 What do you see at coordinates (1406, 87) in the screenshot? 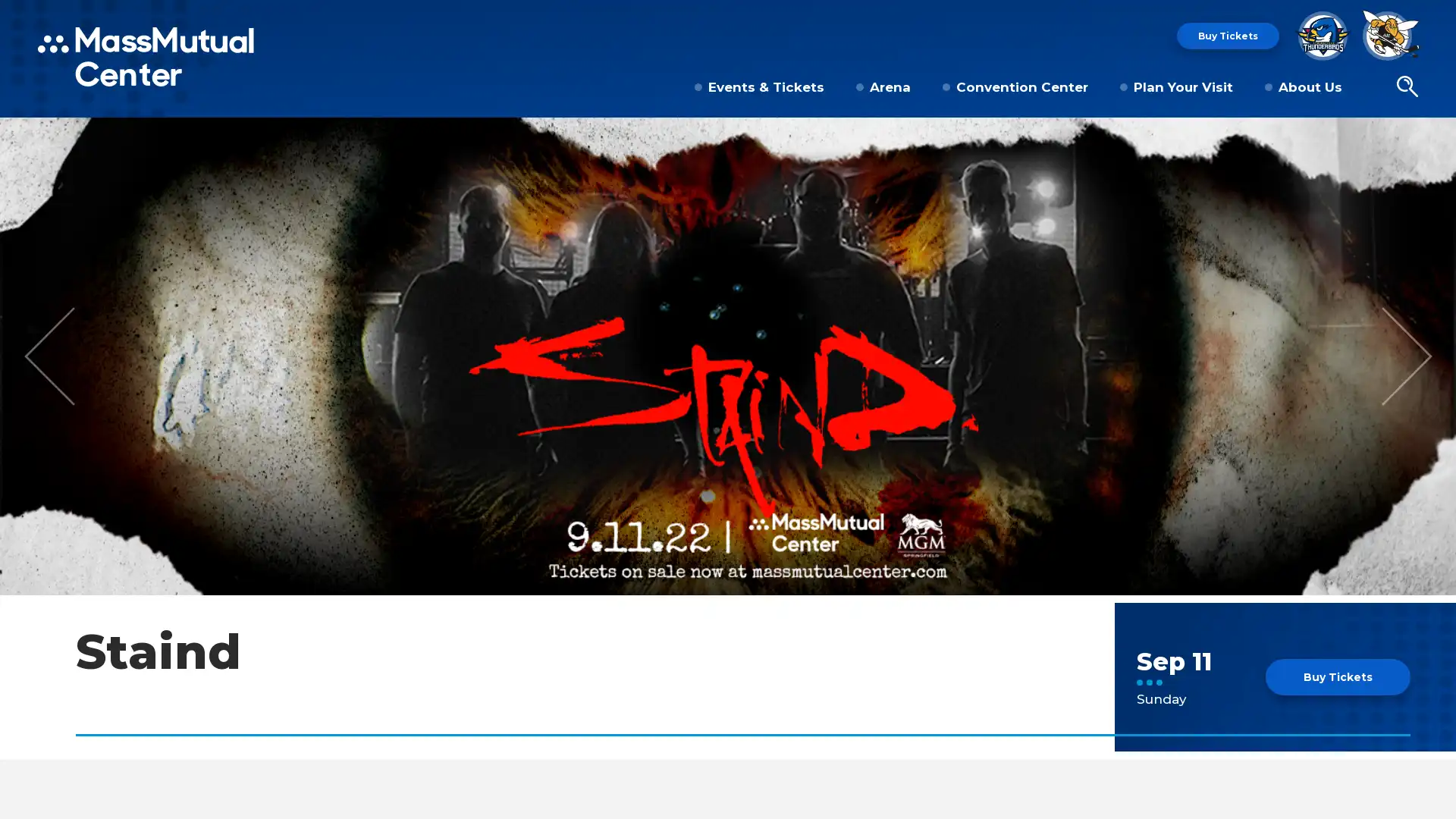
I see `Toggle Search` at bounding box center [1406, 87].